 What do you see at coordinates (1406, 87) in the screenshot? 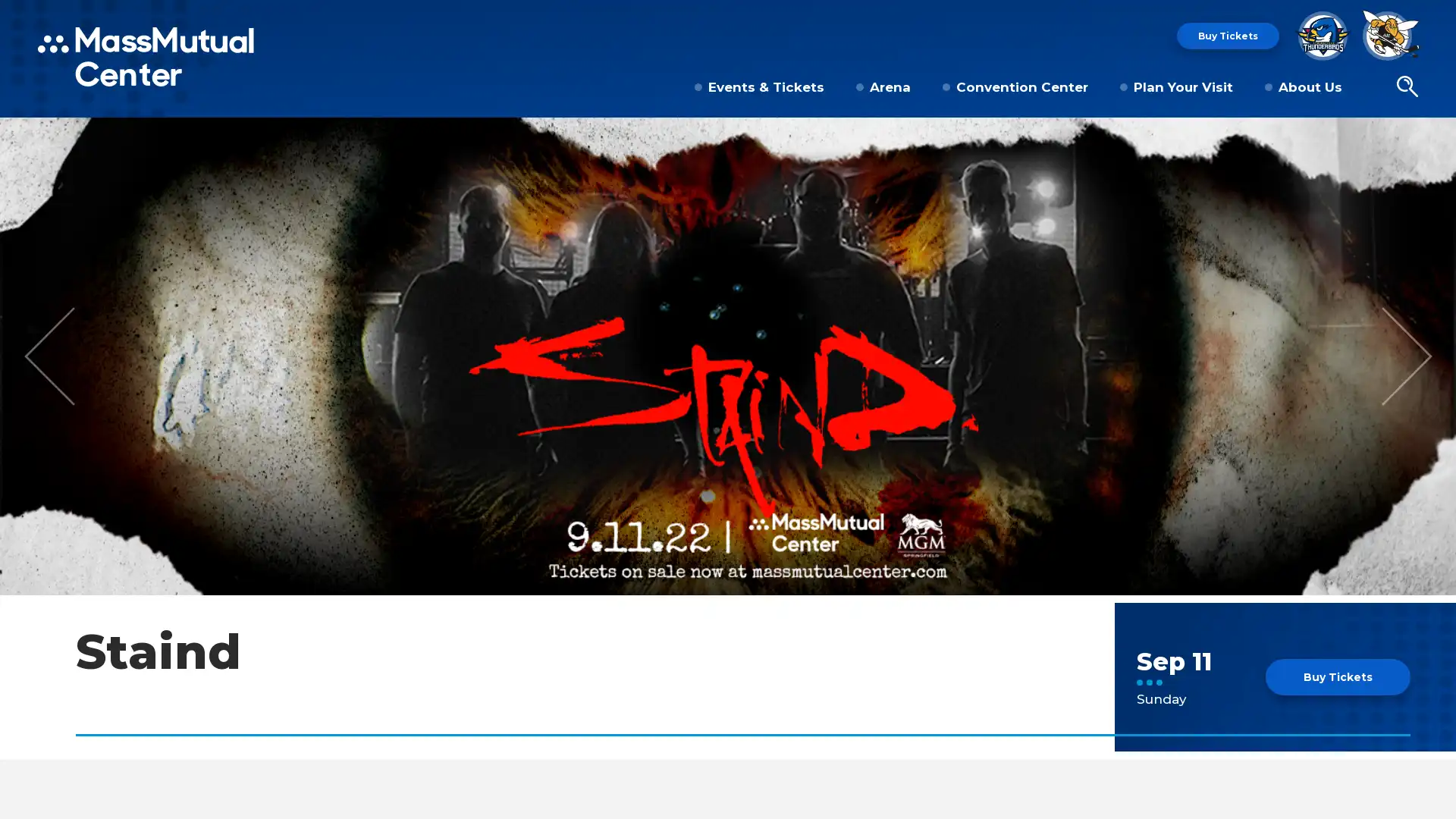
I see `Toggle Search` at bounding box center [1406, 87].